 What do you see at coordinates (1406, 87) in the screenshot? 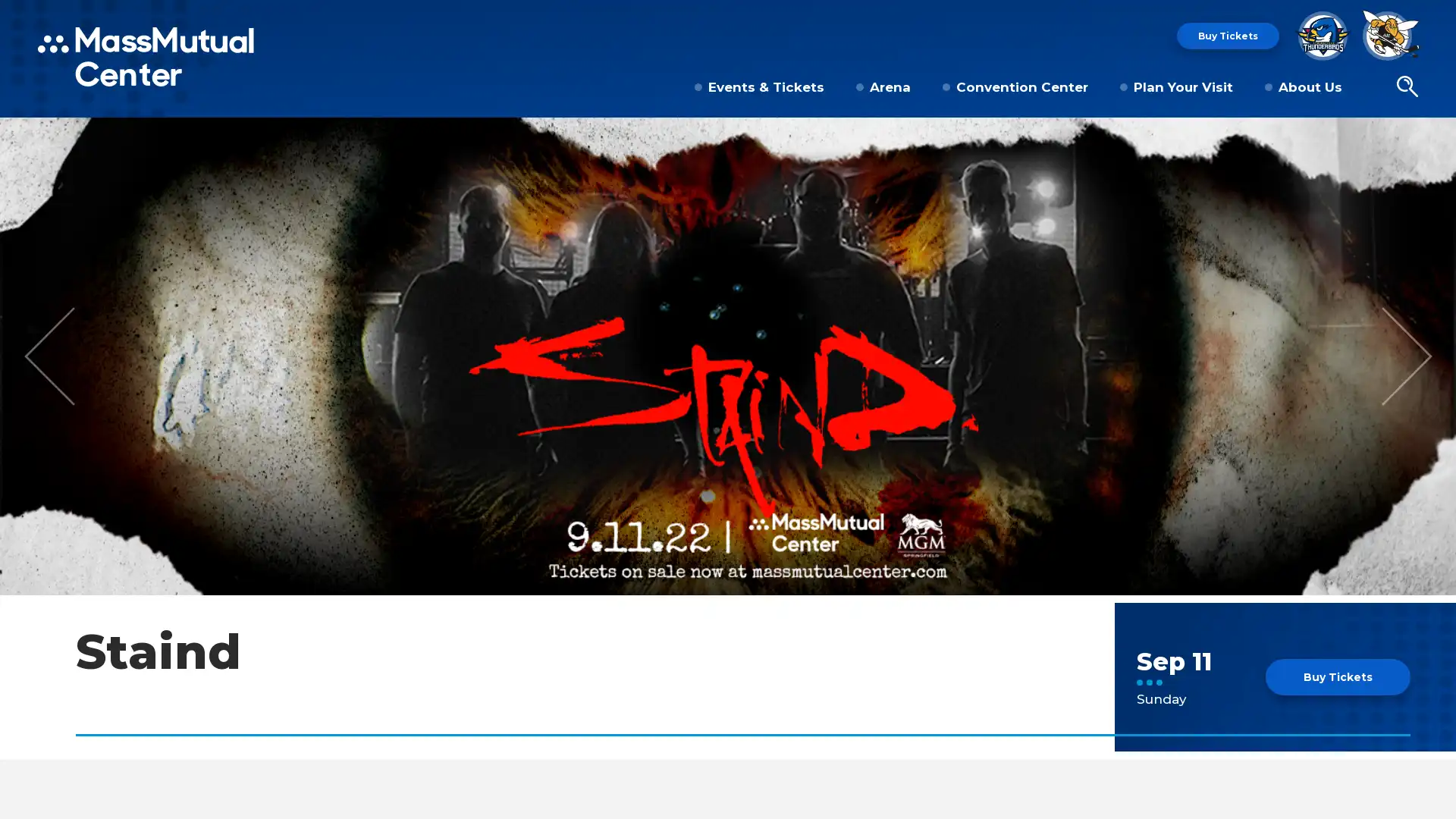
I see `Toggle Search` at bounding box center [1406, 87].